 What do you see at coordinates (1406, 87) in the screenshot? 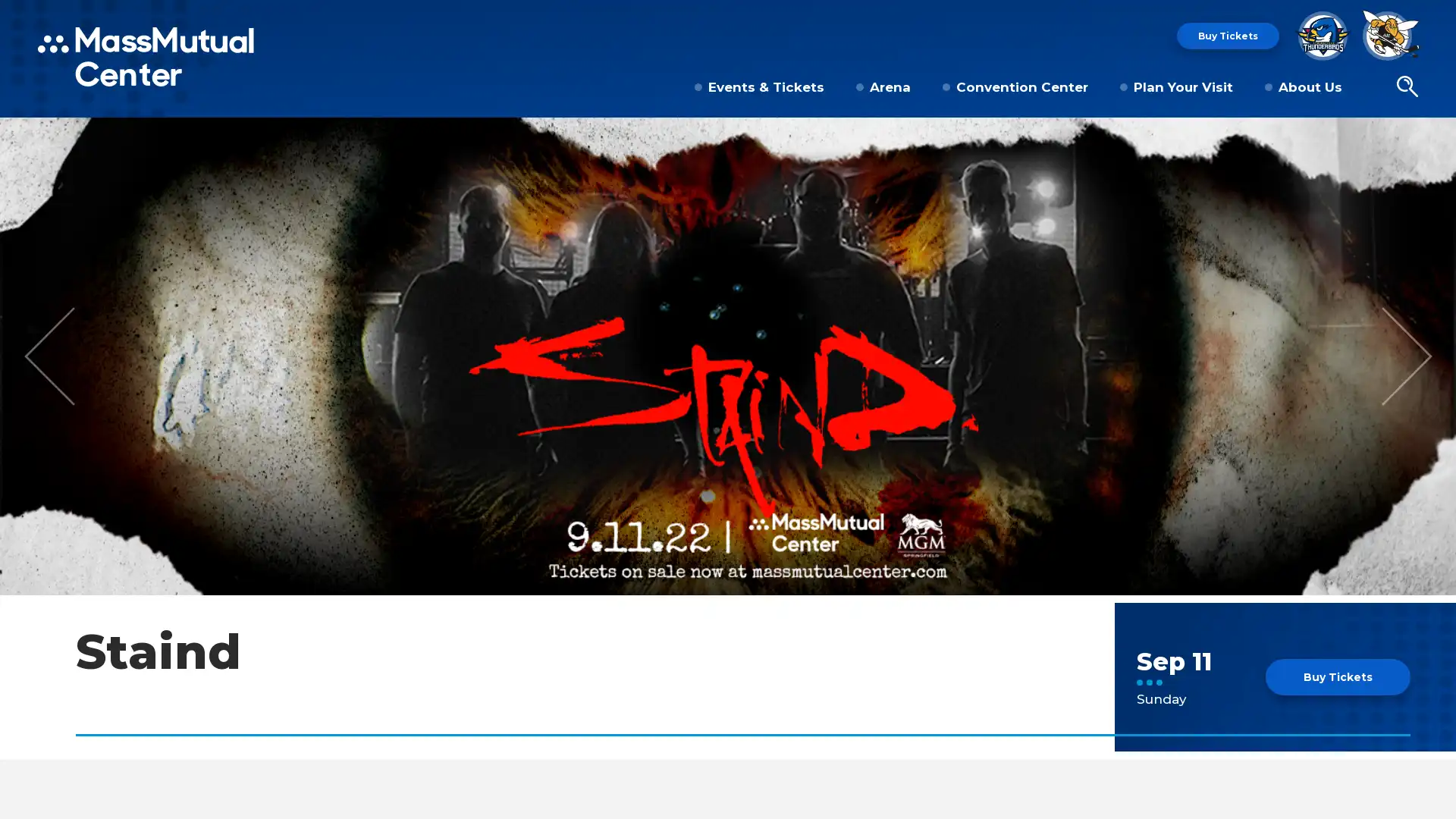
I see `Toggle Search` at bounding box center [1406, 87].